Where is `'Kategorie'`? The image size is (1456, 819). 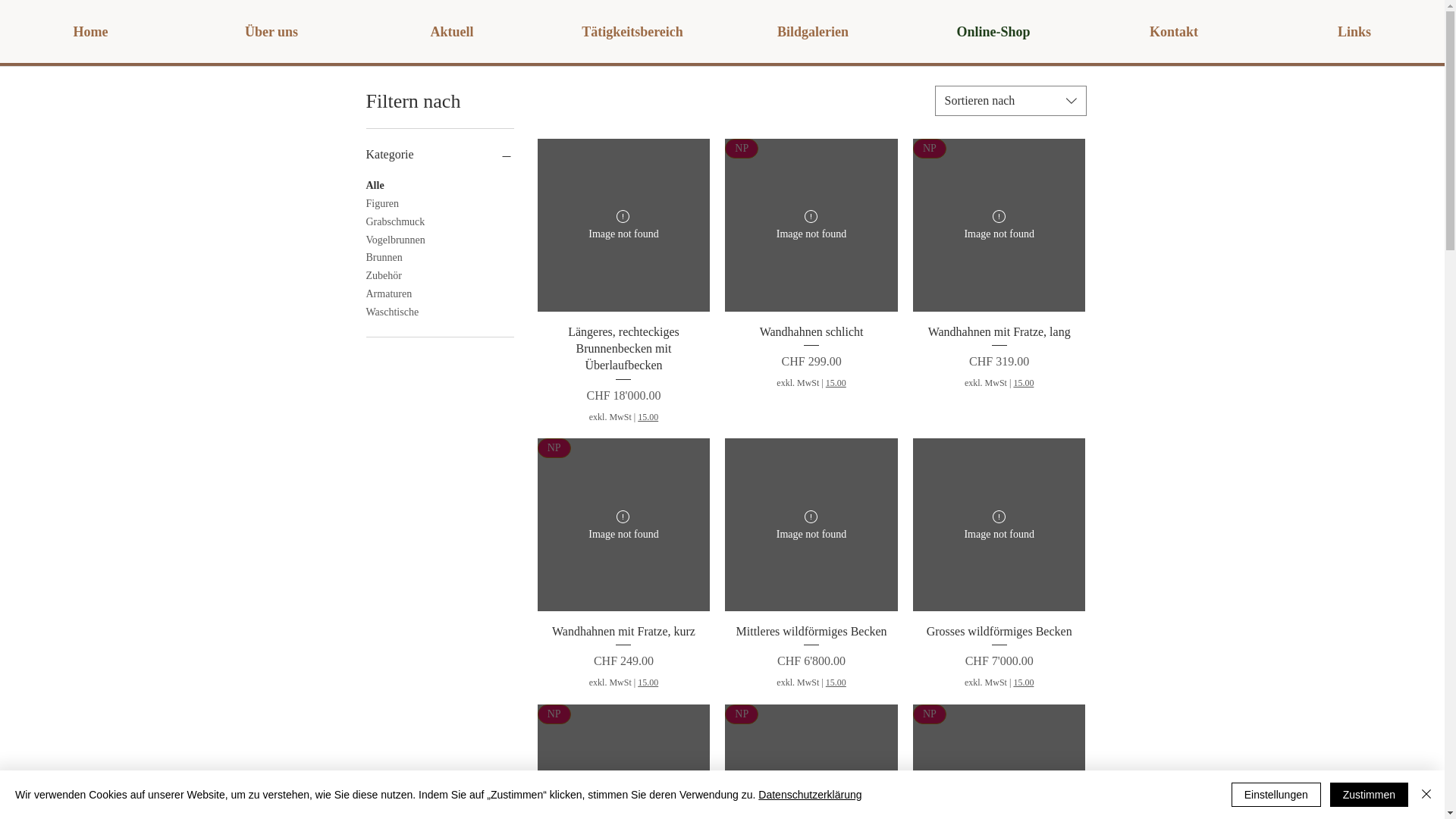
'Kategorie' is located at coordinates (365, 155).